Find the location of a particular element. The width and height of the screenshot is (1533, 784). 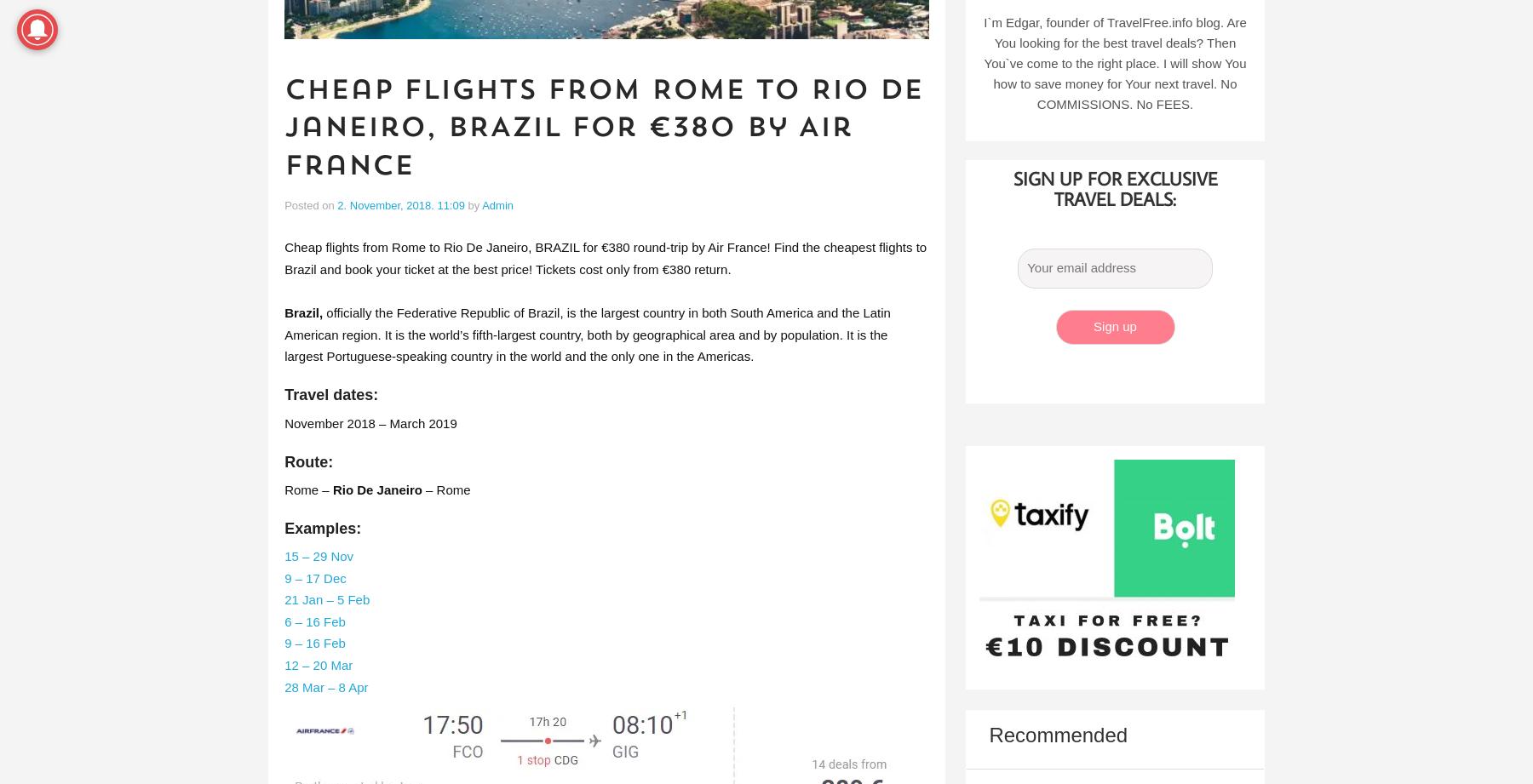

'Rome –' is located at coordinates (284, 488).